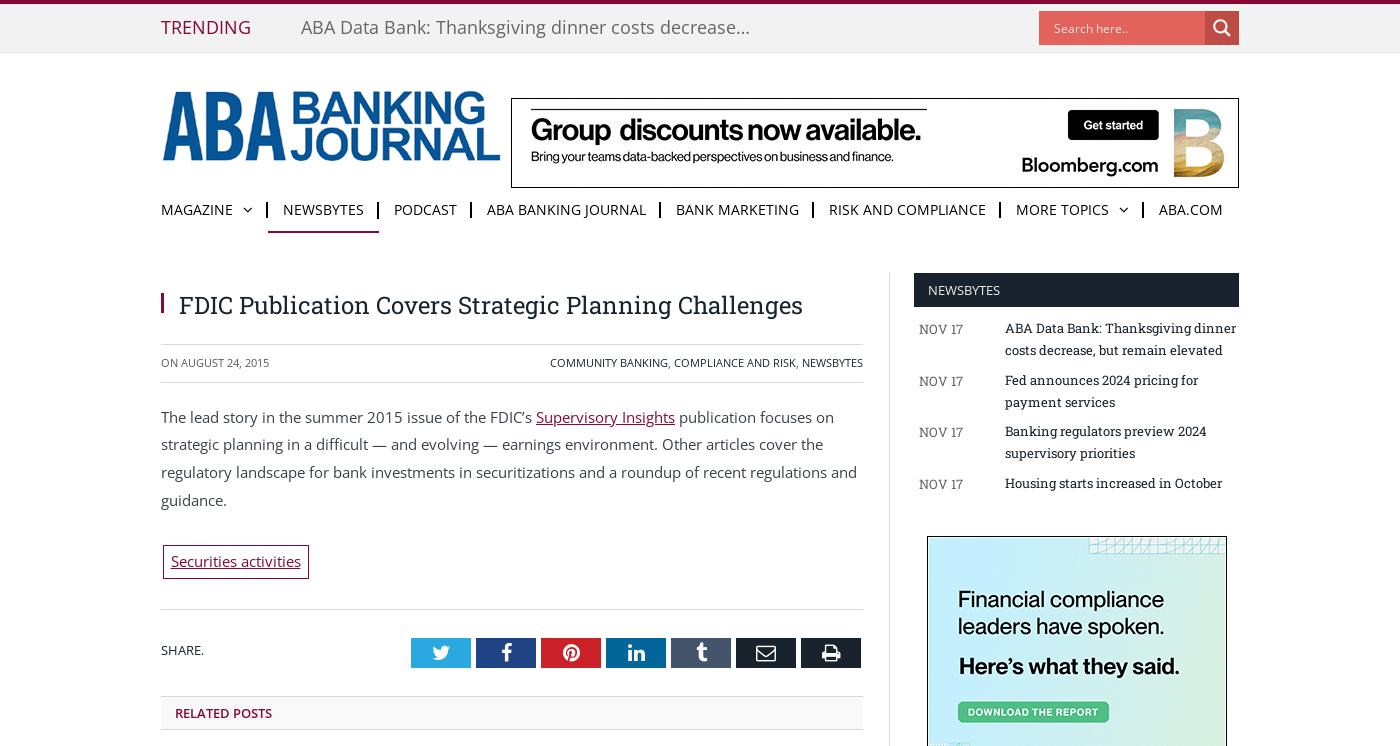  What do you see at coordinates (348, 414) in the screenshot?
I see `'The lead story in the summer 2015 issue of the FDIC’s'` at bounding box center [348, 414].